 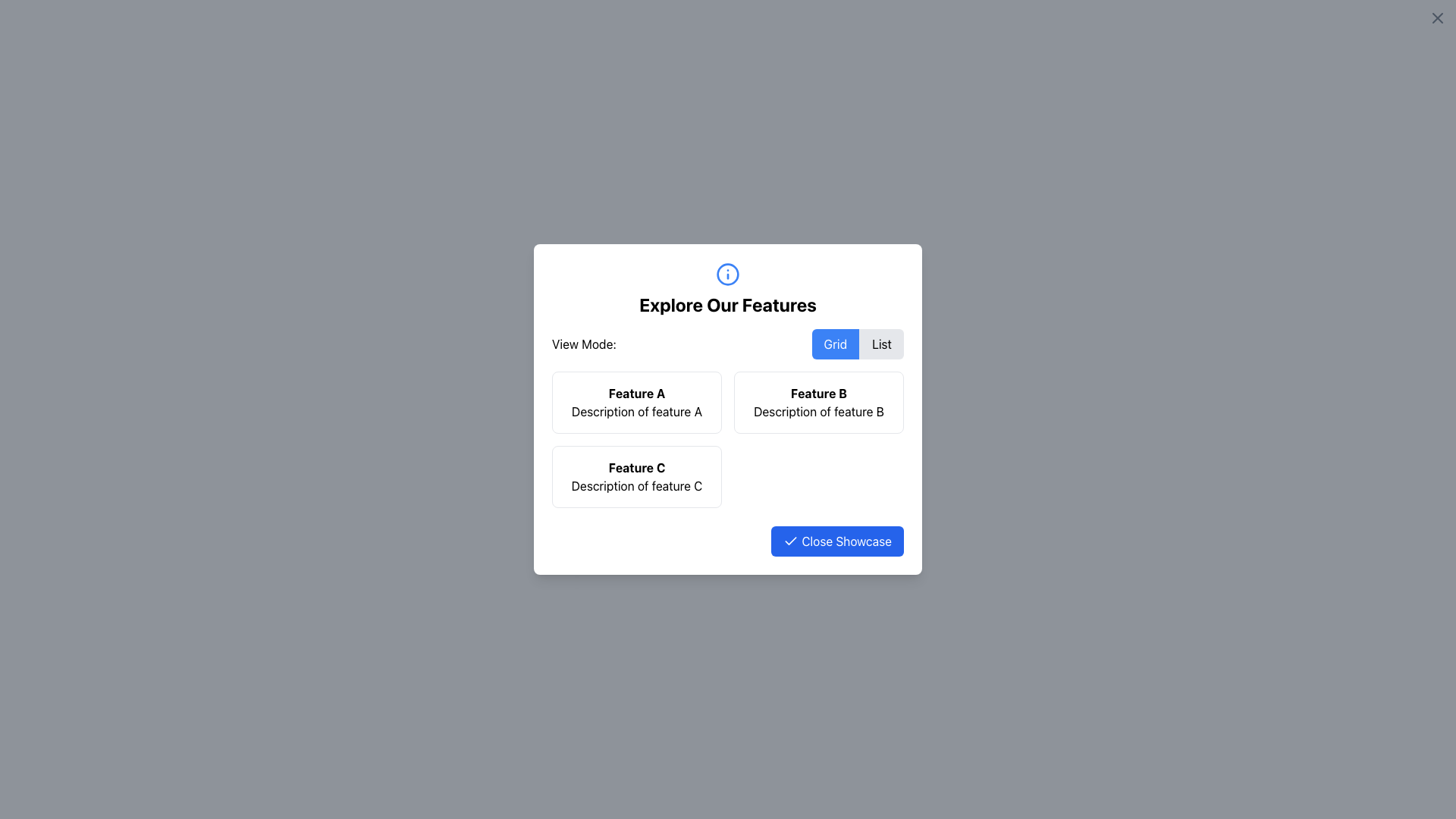 I want to click on the static text label that provides context for the toggle controls, which is located in the upper part of the modal interface to the left of the 'Grid' and 'List' toggle buttons, so click(x=583, y=344).